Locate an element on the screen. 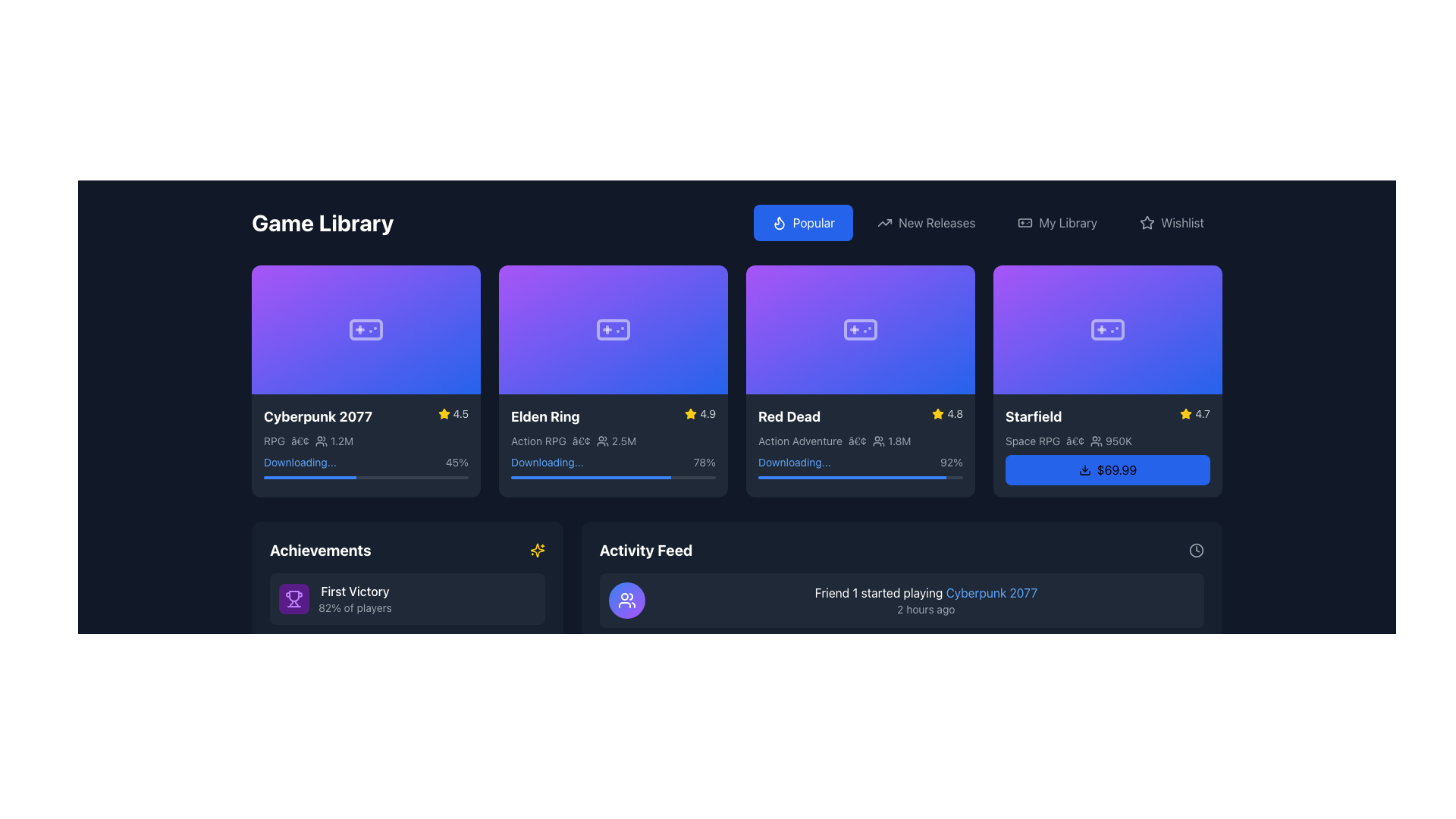  the horizontal progress bar indicating 78% progress located below the 'Elden Ring' text within the third card of the 'Popular' section is located at coordinates (590, 476).